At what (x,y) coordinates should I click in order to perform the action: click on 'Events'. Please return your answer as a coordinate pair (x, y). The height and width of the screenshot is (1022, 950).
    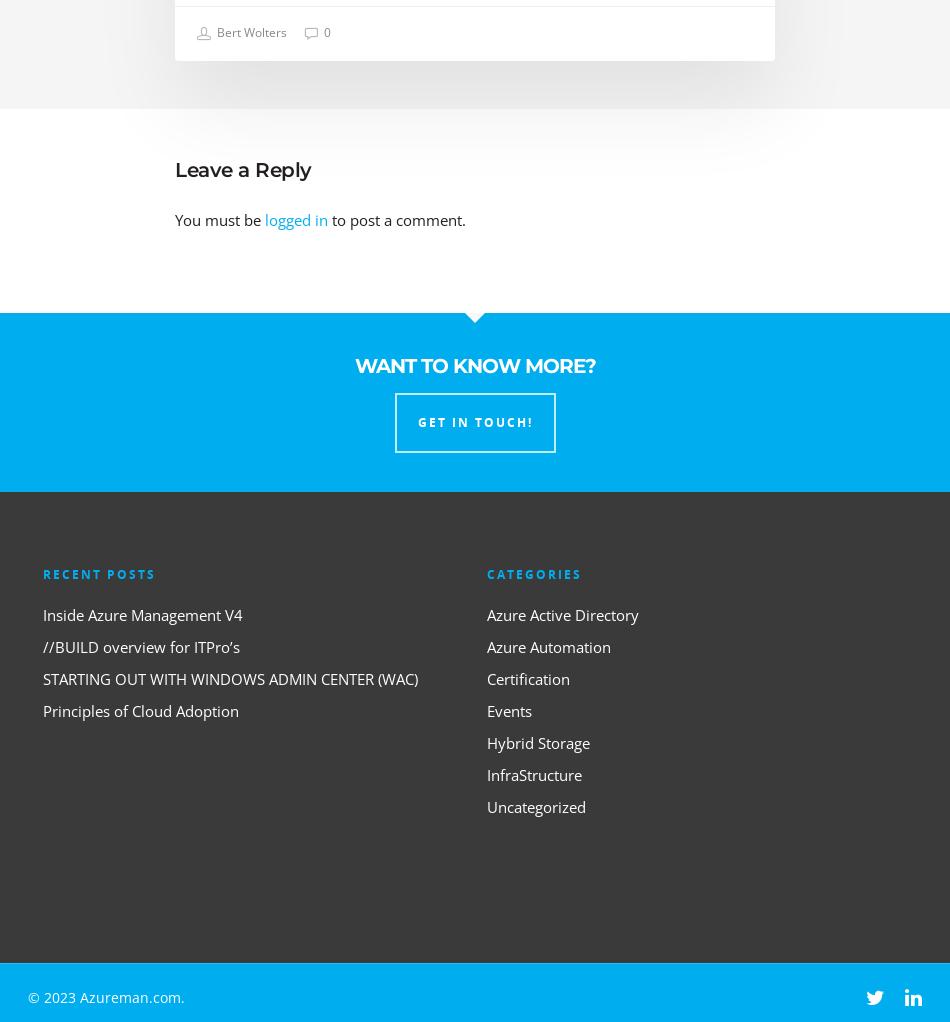
    Looking at the image, I should click on (509, 709).